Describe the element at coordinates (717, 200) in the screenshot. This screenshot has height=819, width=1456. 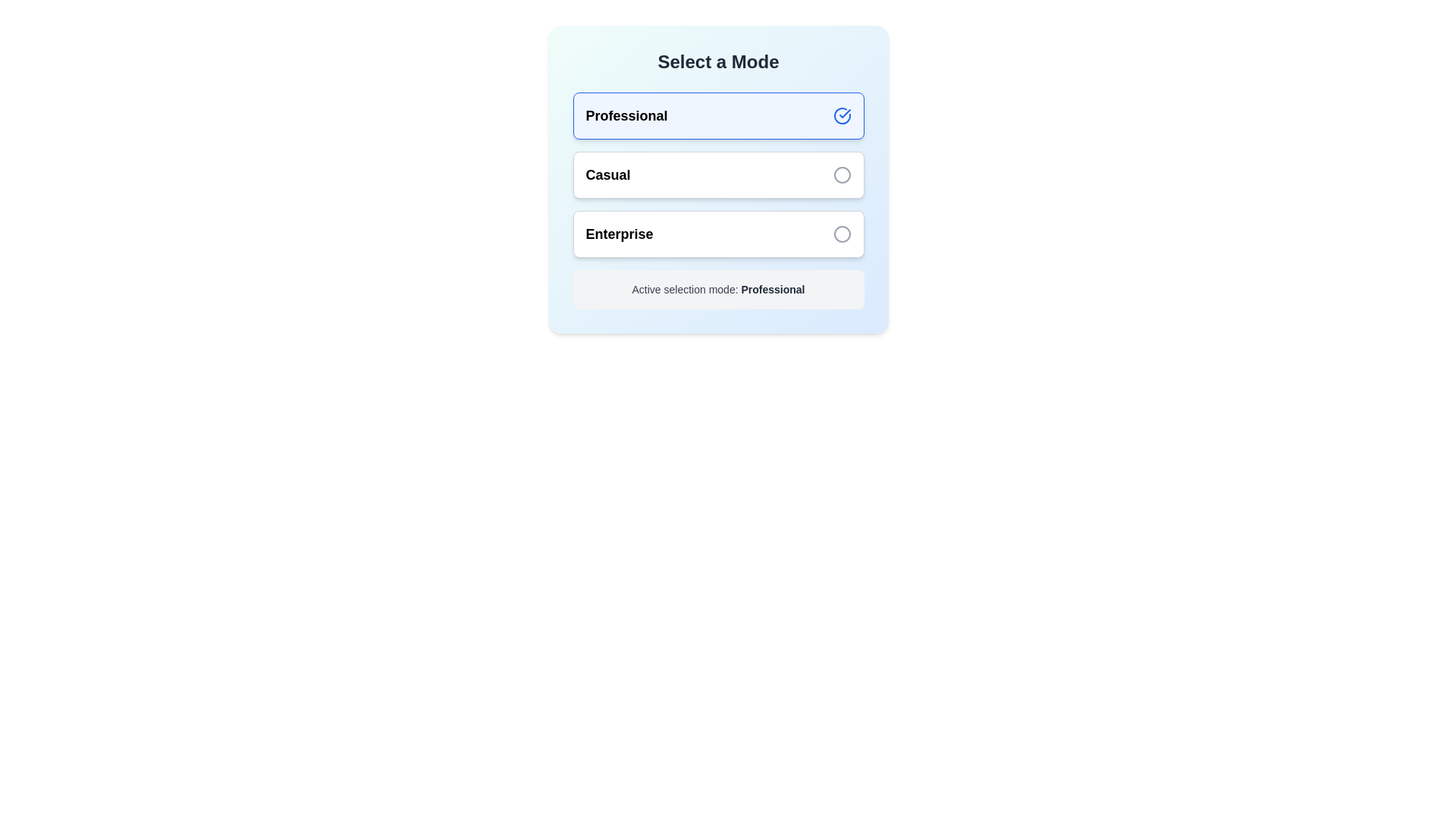
I see `the card in the selection group` at that location.